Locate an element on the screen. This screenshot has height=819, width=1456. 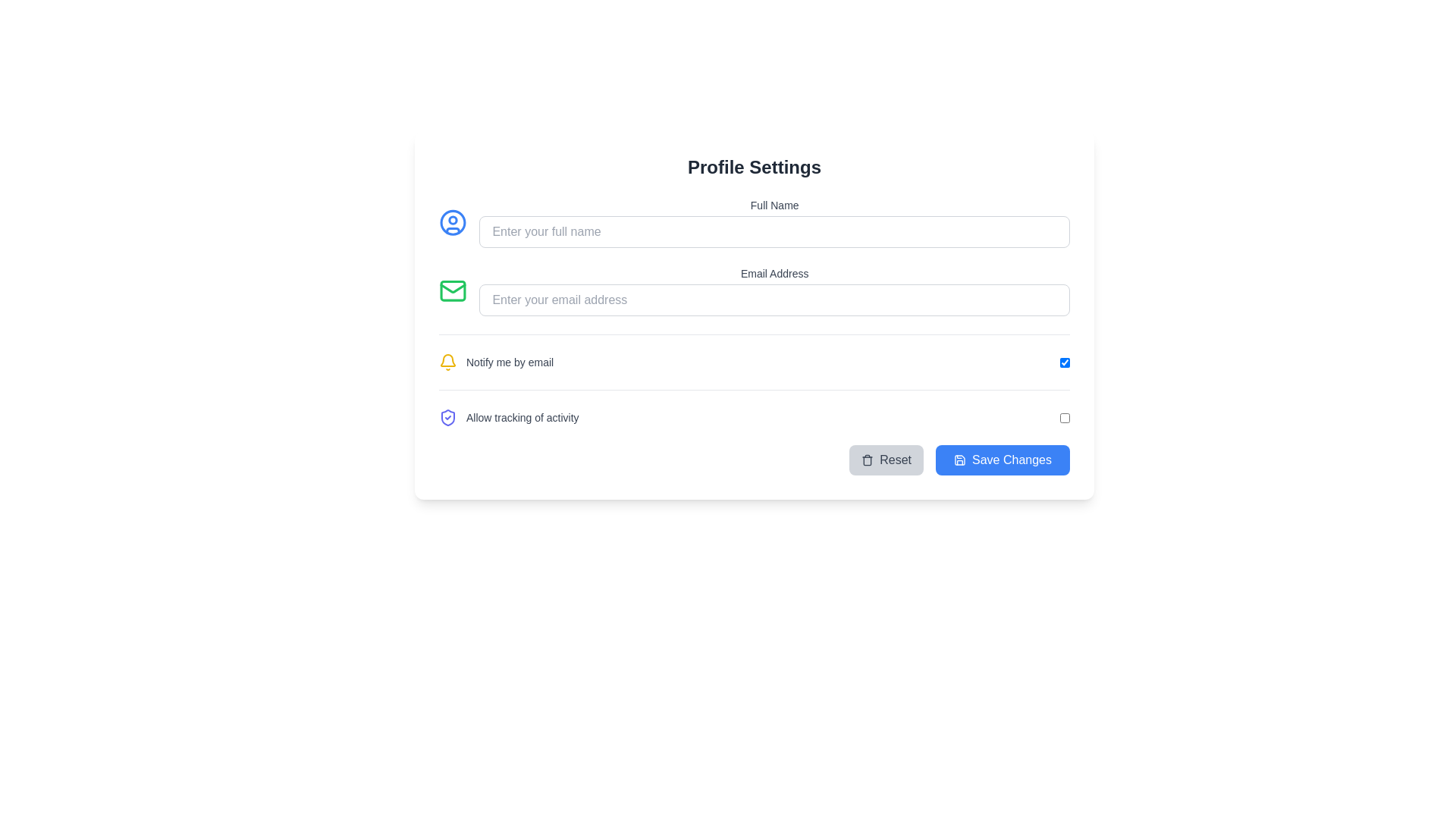
the input field for email address entry, which is visually identified by its light gray border and rounded corners, by using the tab key for keyboard navigation is located at coordinates (774, 300).